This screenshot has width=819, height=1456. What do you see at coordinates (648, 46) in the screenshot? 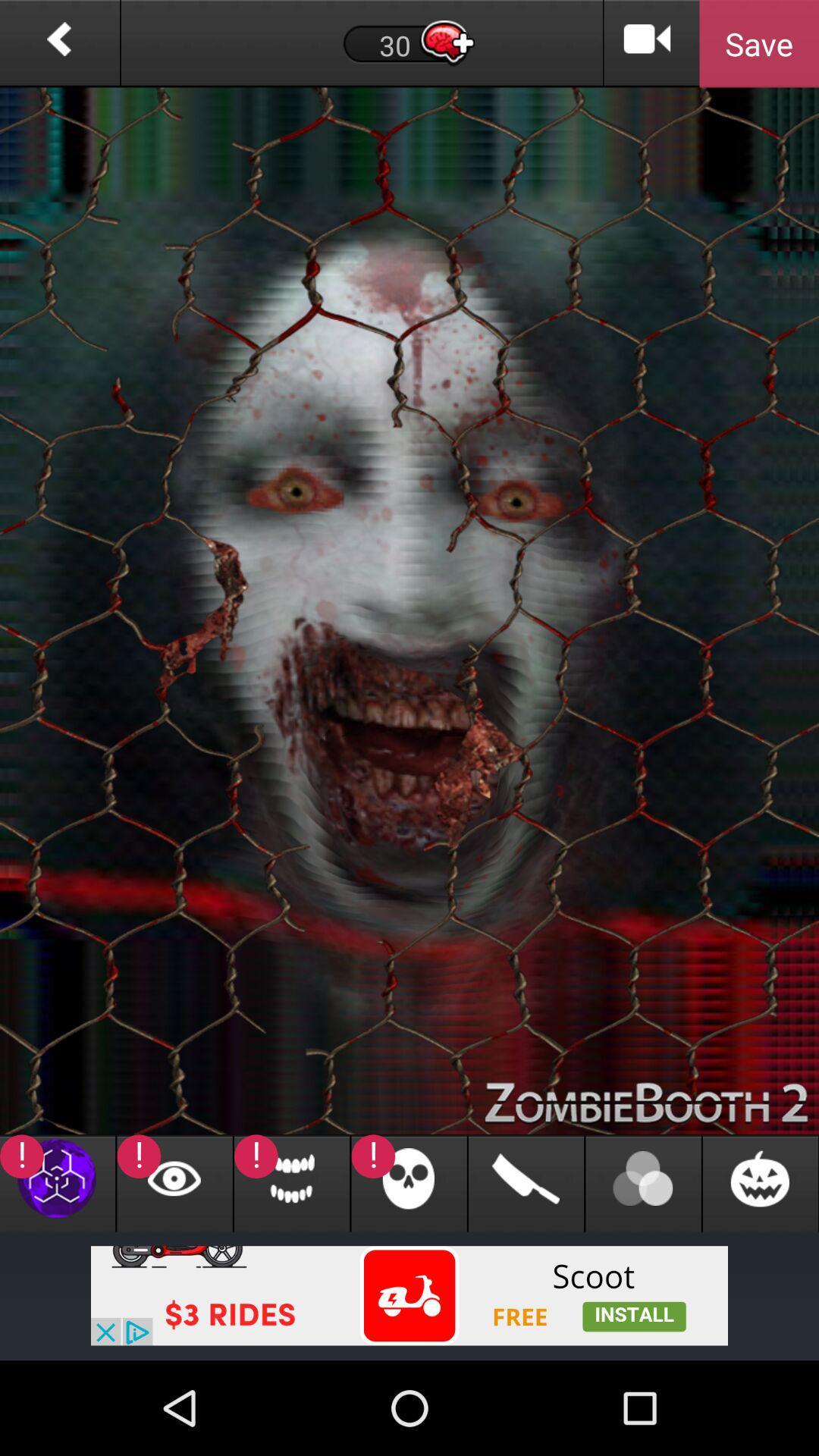
I see `the videocam icon` at bounding box center [648, 46].